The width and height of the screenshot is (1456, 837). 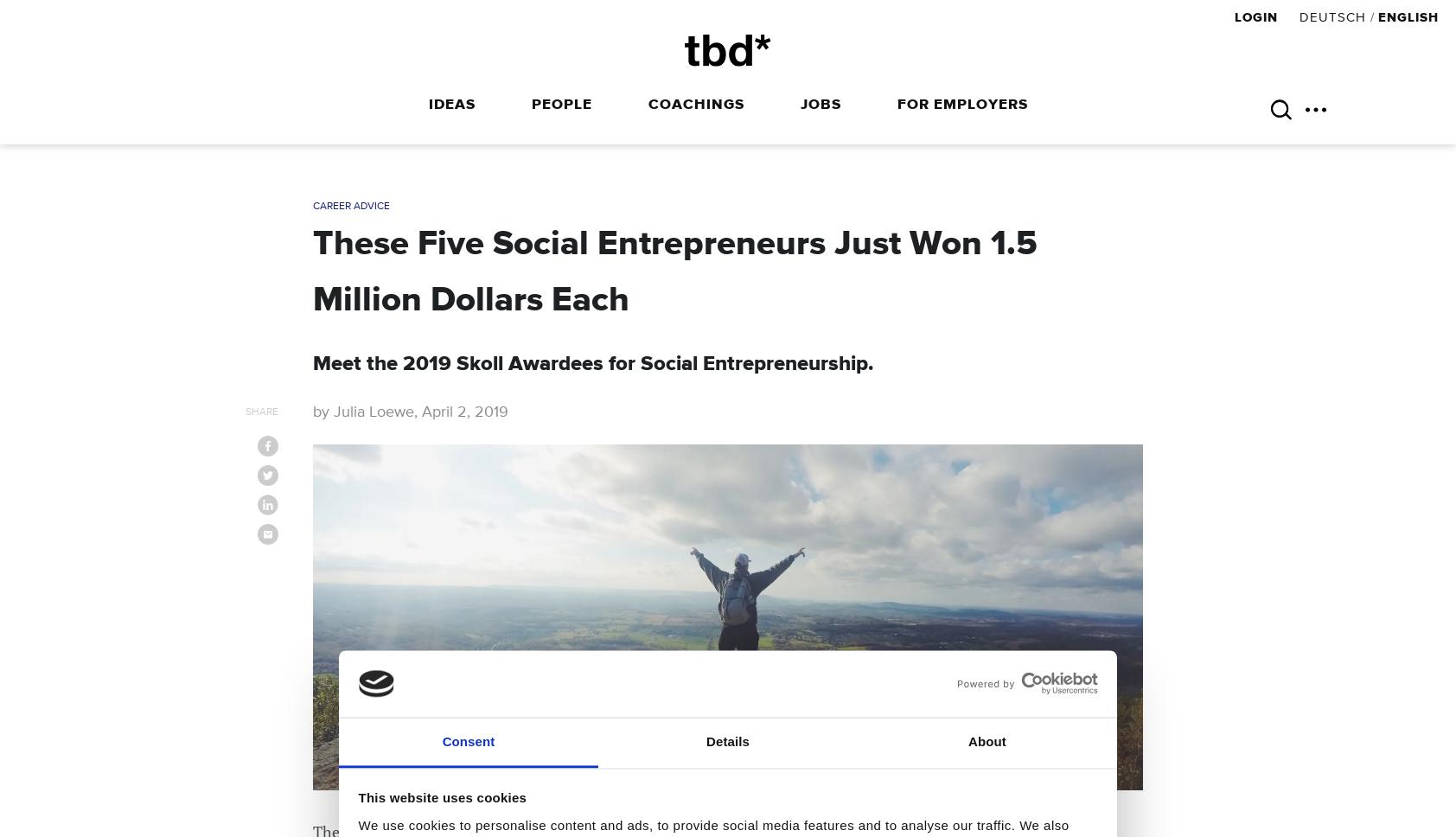 What do you see at coordinates (104, 202) in the screenshot?
I see `'Header More EN'` at bounding box center [104, 202].